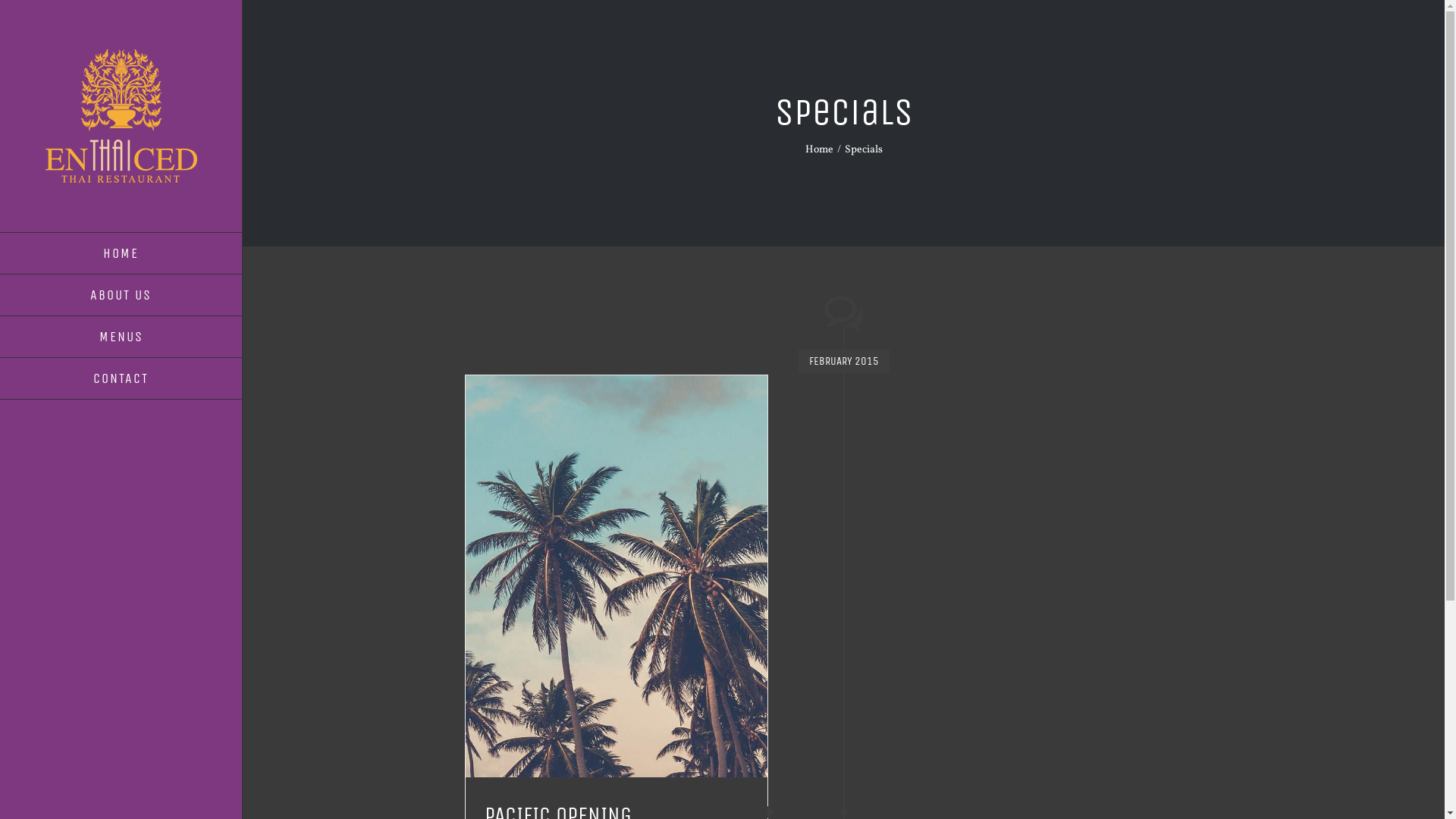 The width and height of the screenshot is (1456, 819). What do you see at coordinates (120, 336) in the screenshot?
I see `'MENUS'` at bounding box center [120, 336].